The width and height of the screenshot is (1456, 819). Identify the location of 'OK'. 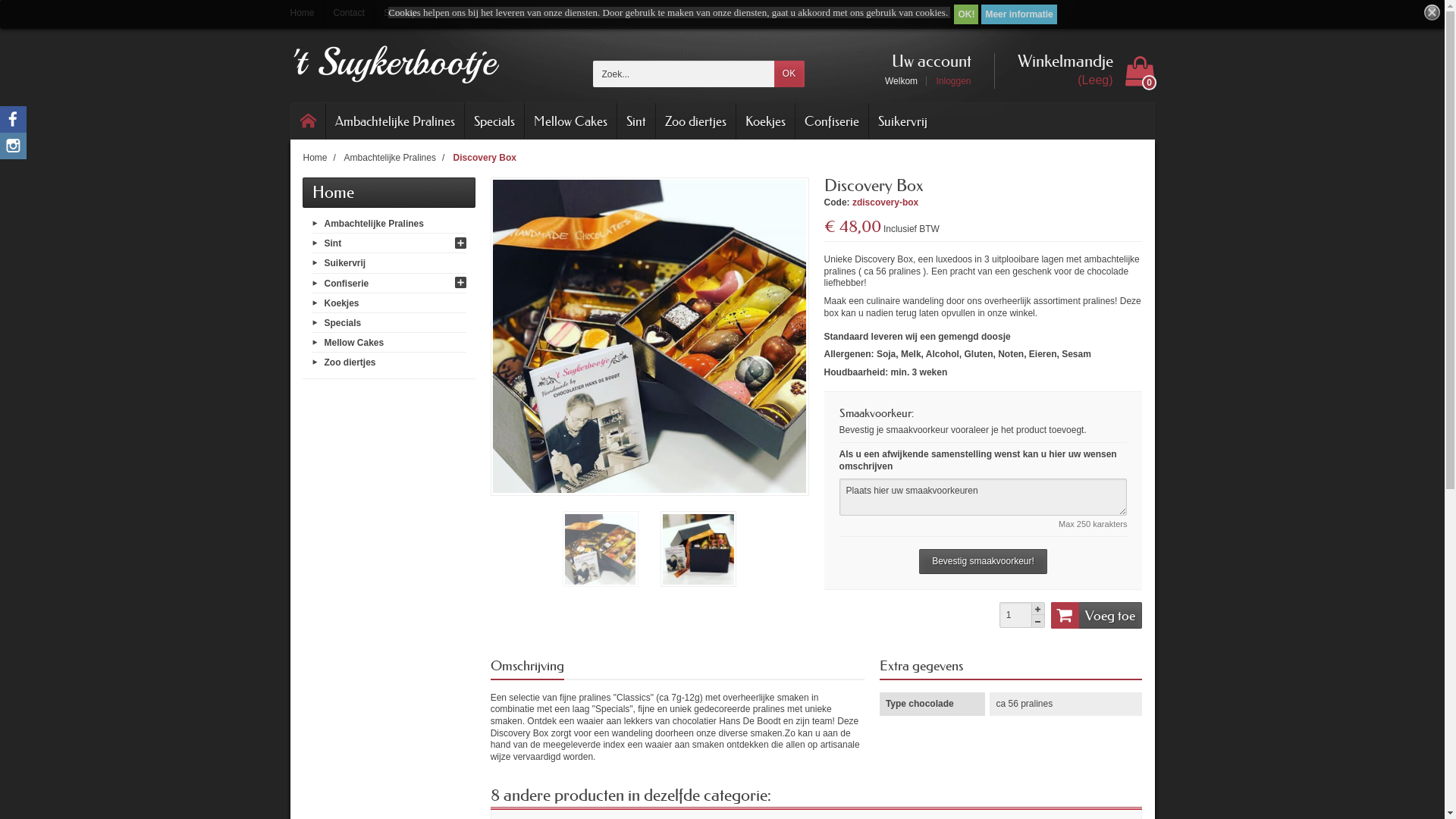
(789, 74).